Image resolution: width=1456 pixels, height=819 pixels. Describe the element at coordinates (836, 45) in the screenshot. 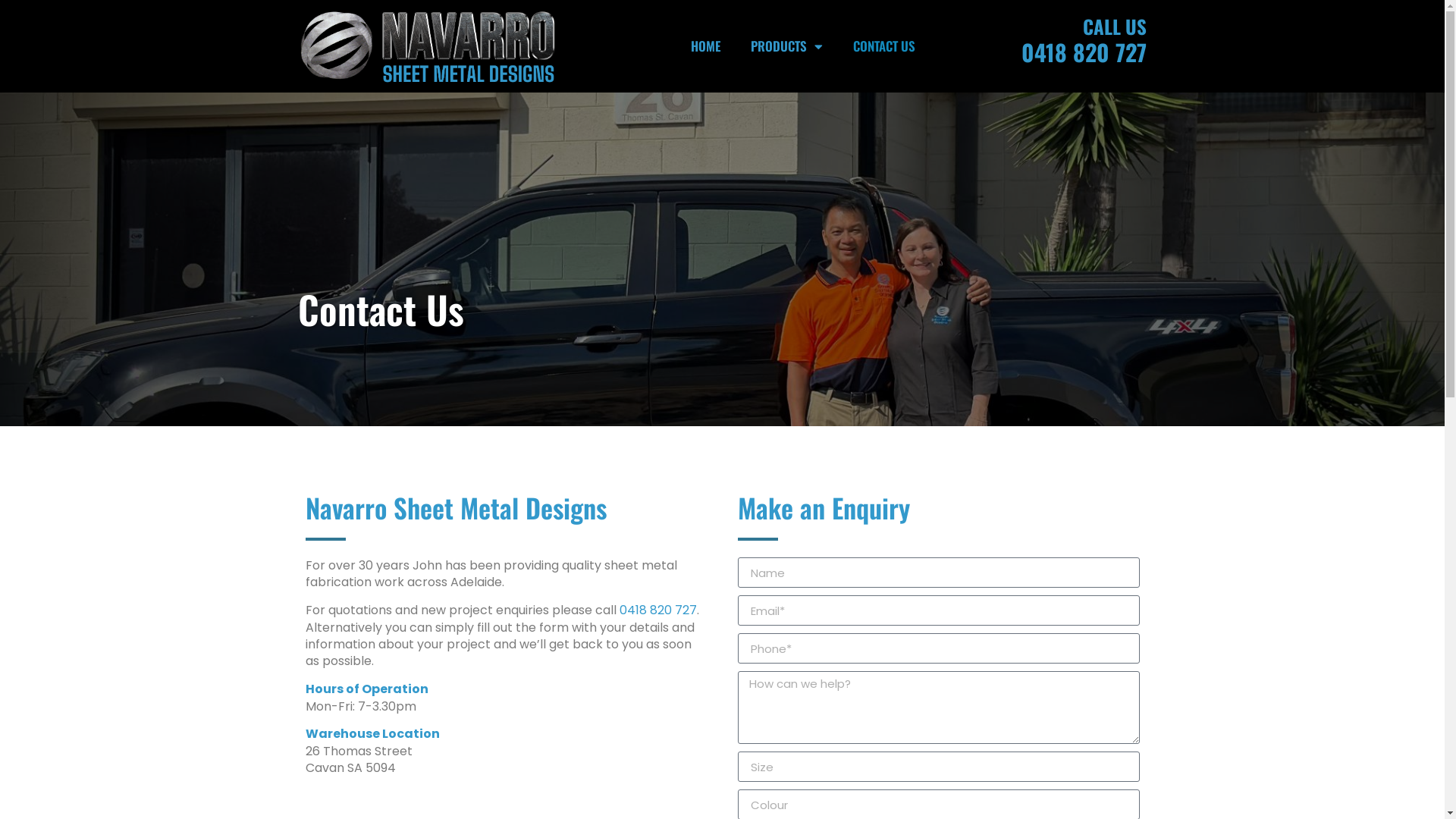

I see `'CONTACT US'` at that location.